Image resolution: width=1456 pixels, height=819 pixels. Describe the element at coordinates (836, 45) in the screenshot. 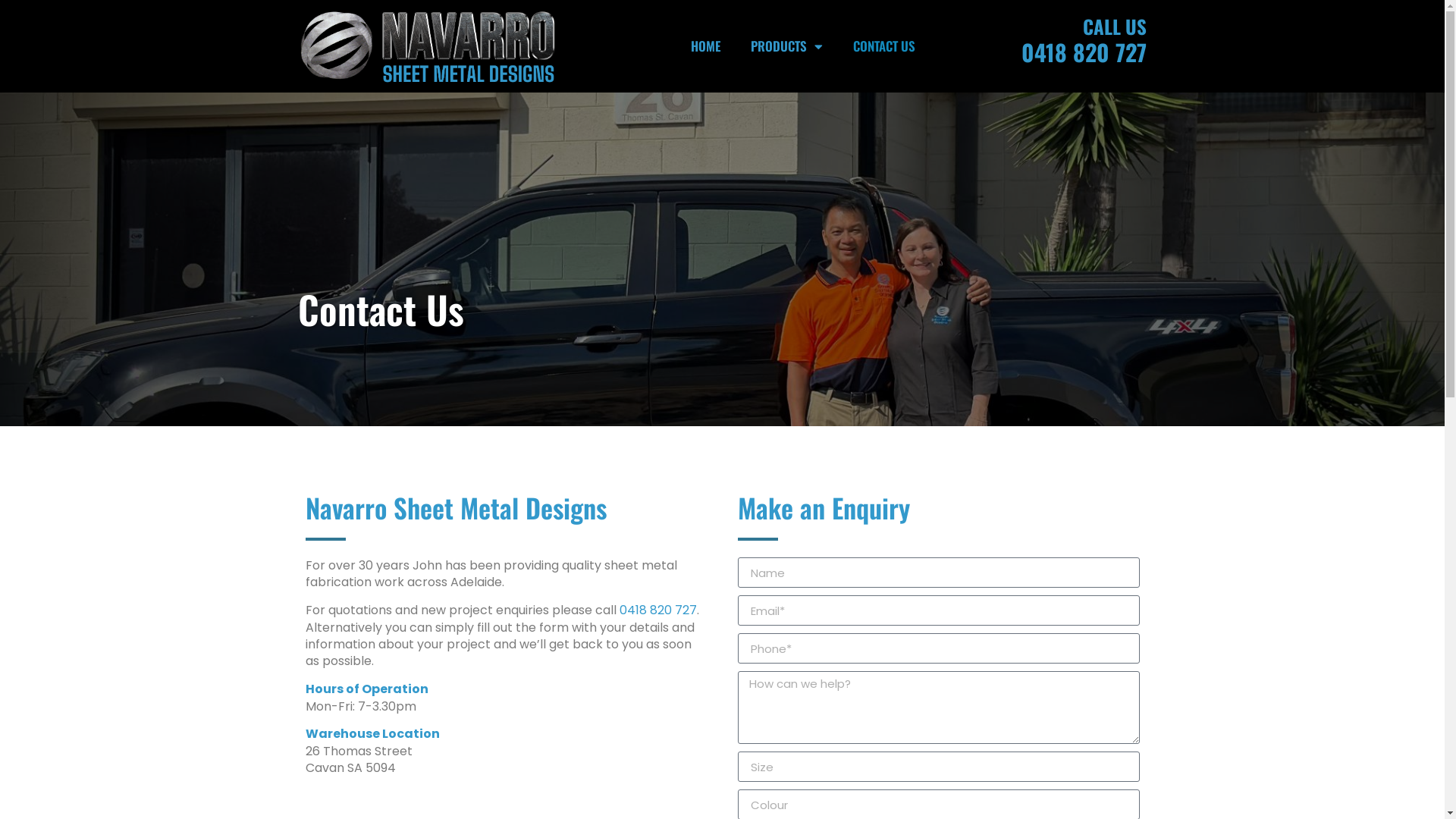

I see `'CONTACT US'` at that location.